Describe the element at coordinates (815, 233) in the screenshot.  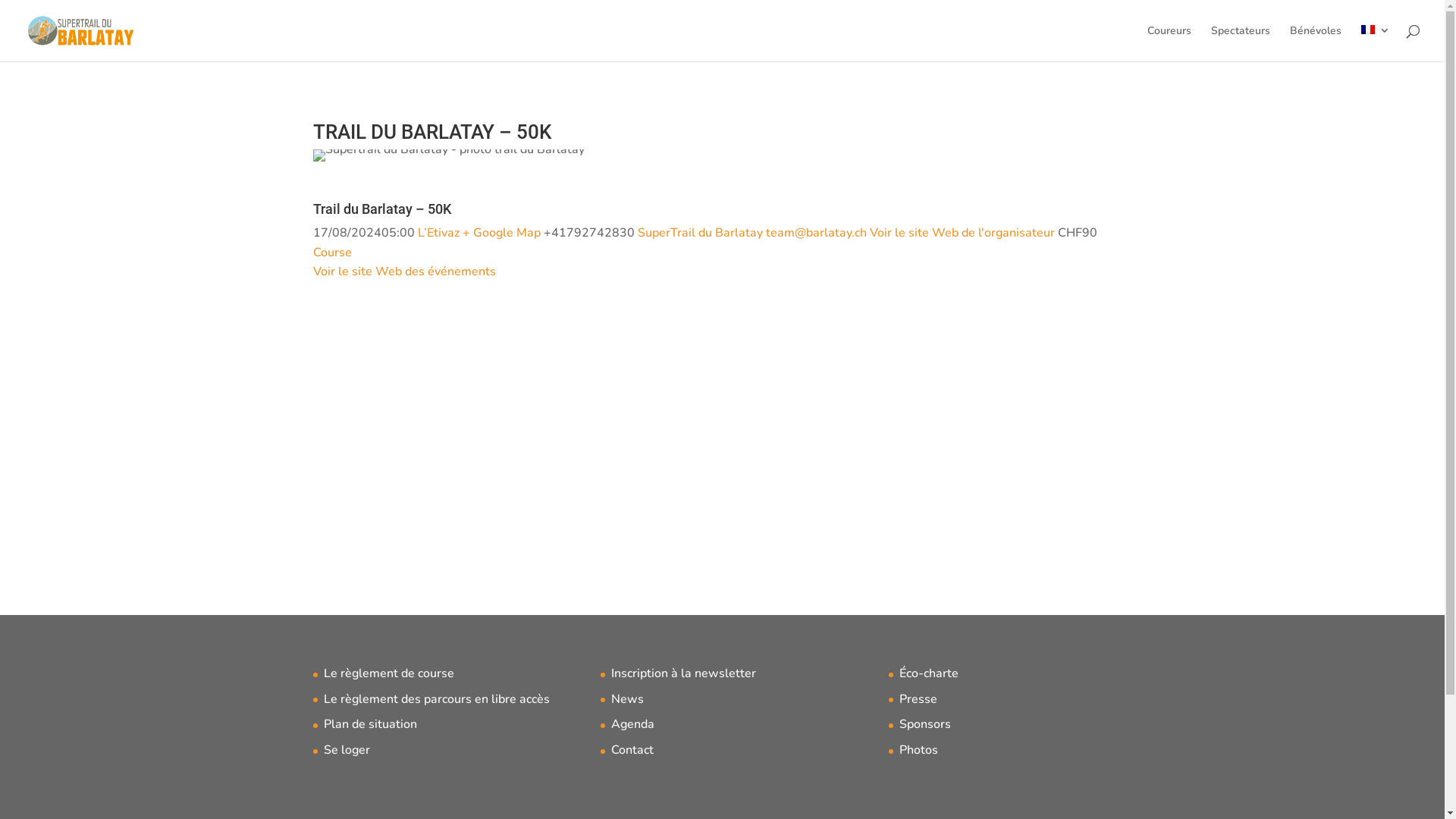
I see `'team@barlatay.ch'` at that location.